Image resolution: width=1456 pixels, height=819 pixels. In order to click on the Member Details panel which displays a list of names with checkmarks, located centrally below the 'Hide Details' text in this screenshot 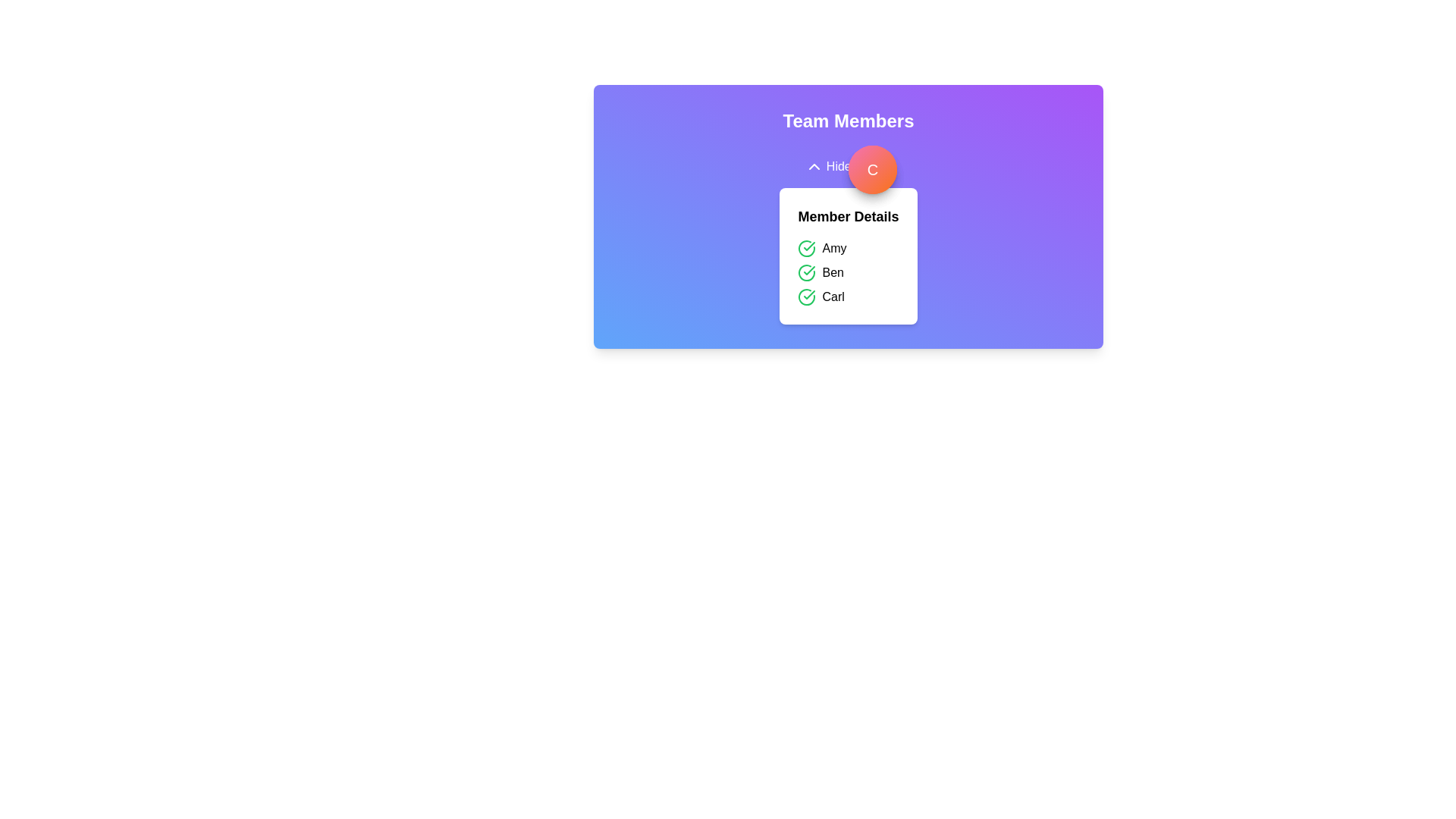, I will do `click(847, 256)`.